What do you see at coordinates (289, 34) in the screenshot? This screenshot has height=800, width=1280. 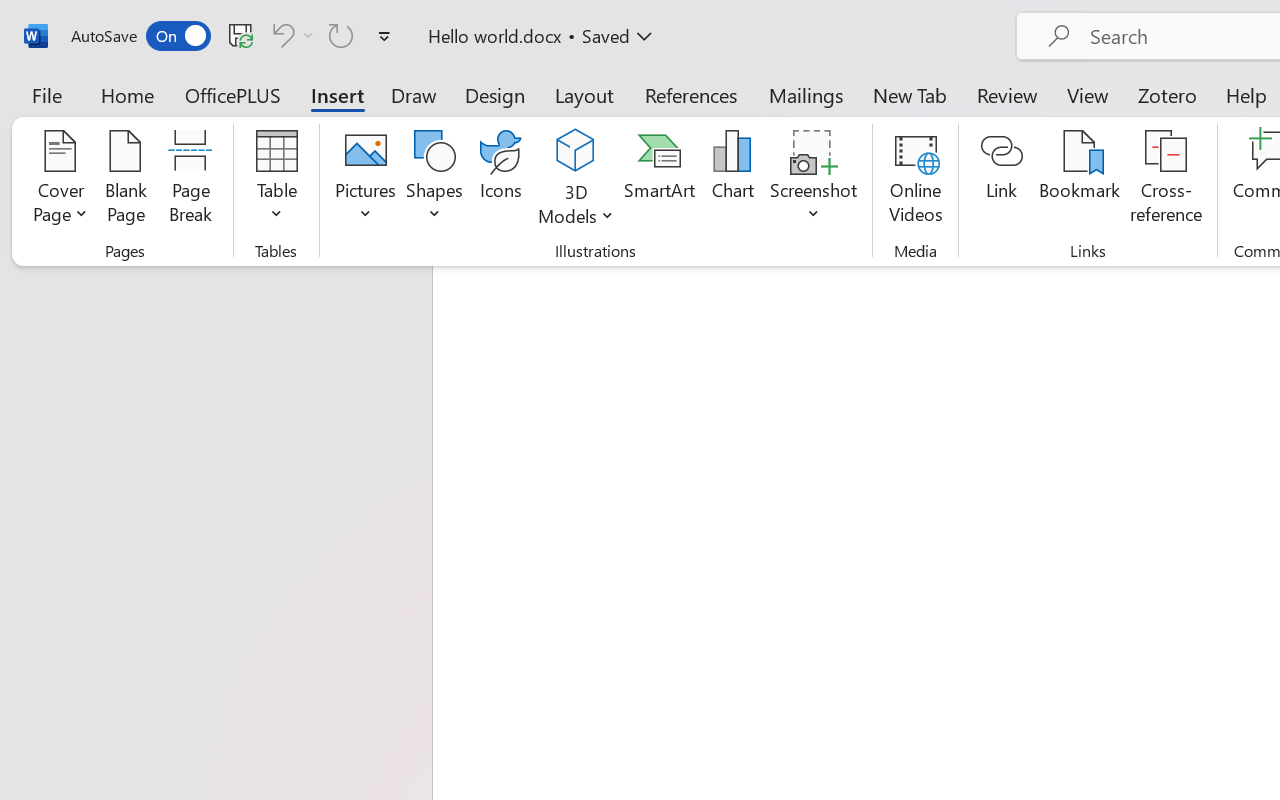 I see `'Can'` at bounding box center [289, 34].